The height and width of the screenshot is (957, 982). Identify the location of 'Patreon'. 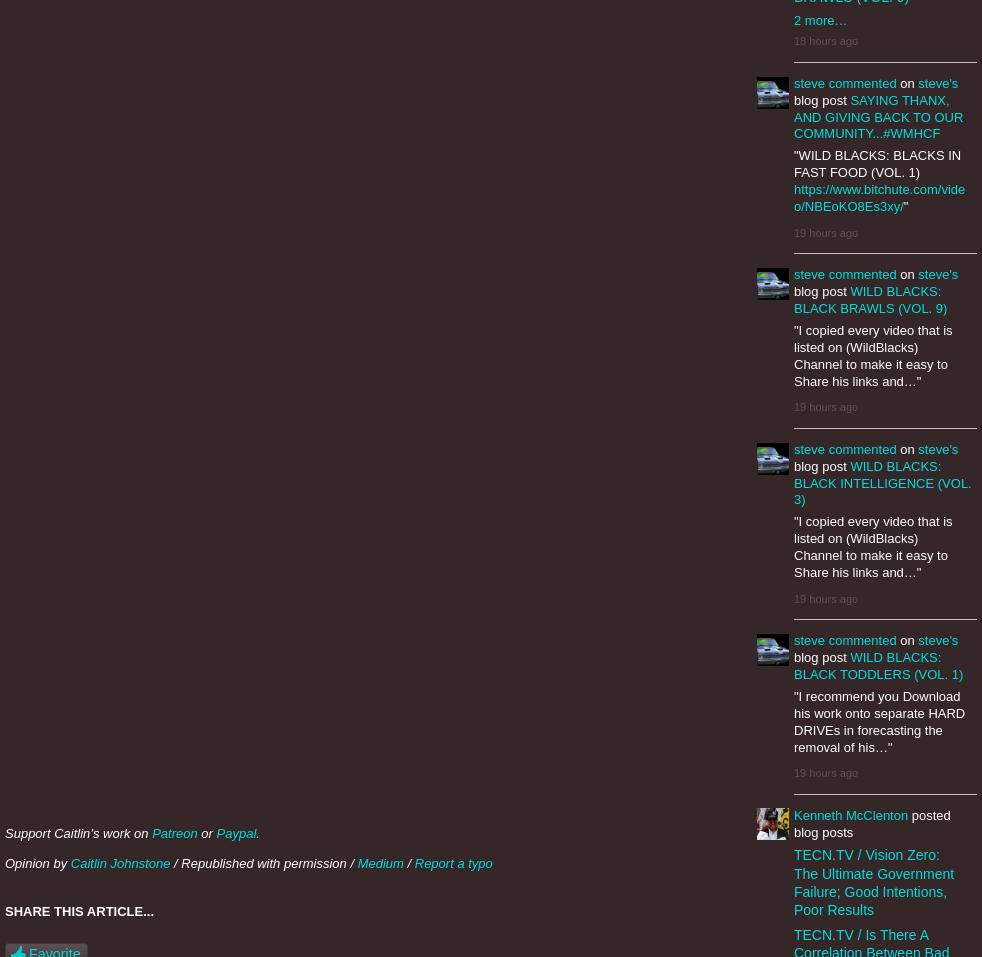
(173, 832).